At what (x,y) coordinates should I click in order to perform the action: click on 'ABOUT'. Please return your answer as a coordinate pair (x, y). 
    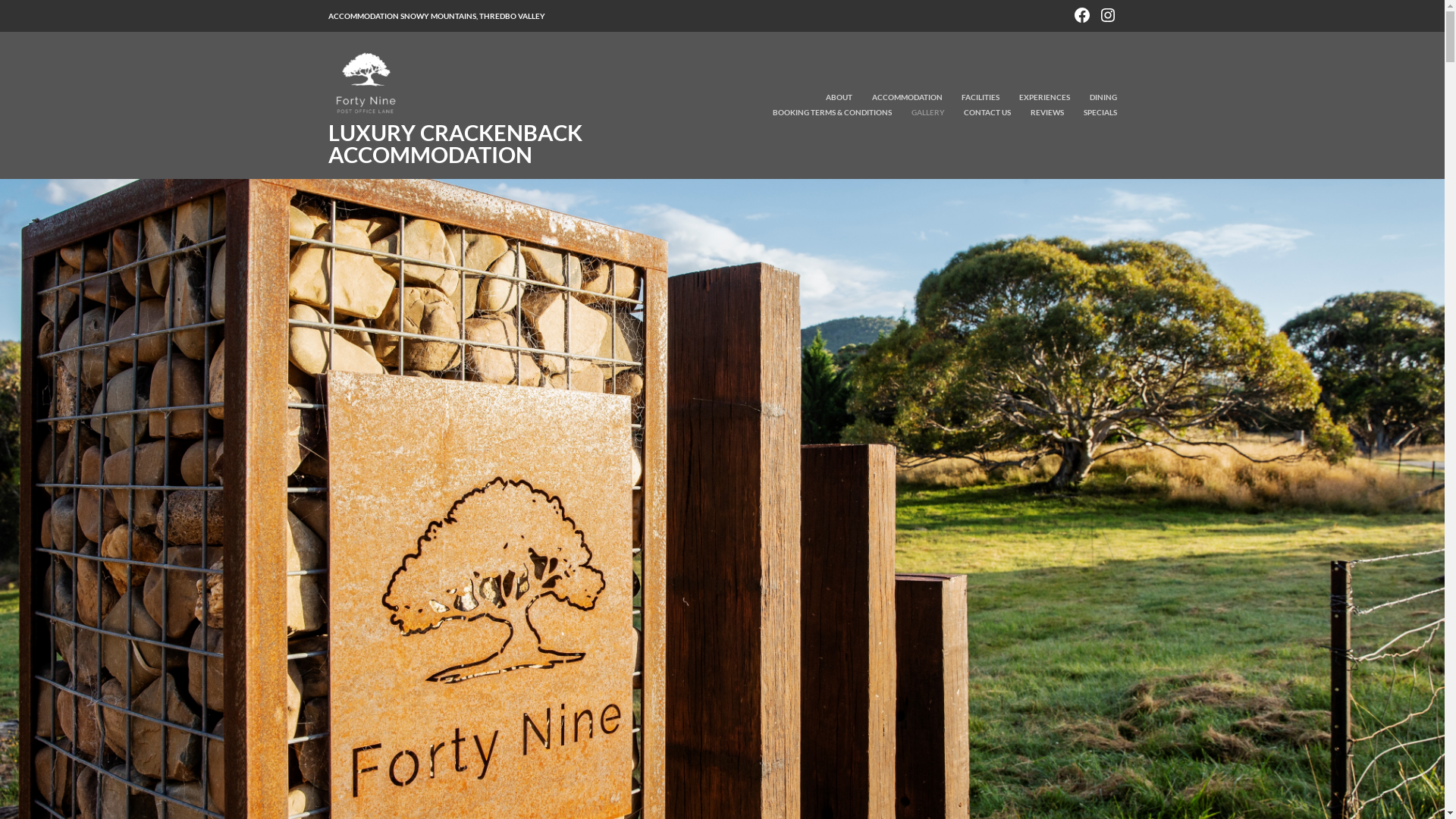
    Looking at the image, I should click on (830, 97).